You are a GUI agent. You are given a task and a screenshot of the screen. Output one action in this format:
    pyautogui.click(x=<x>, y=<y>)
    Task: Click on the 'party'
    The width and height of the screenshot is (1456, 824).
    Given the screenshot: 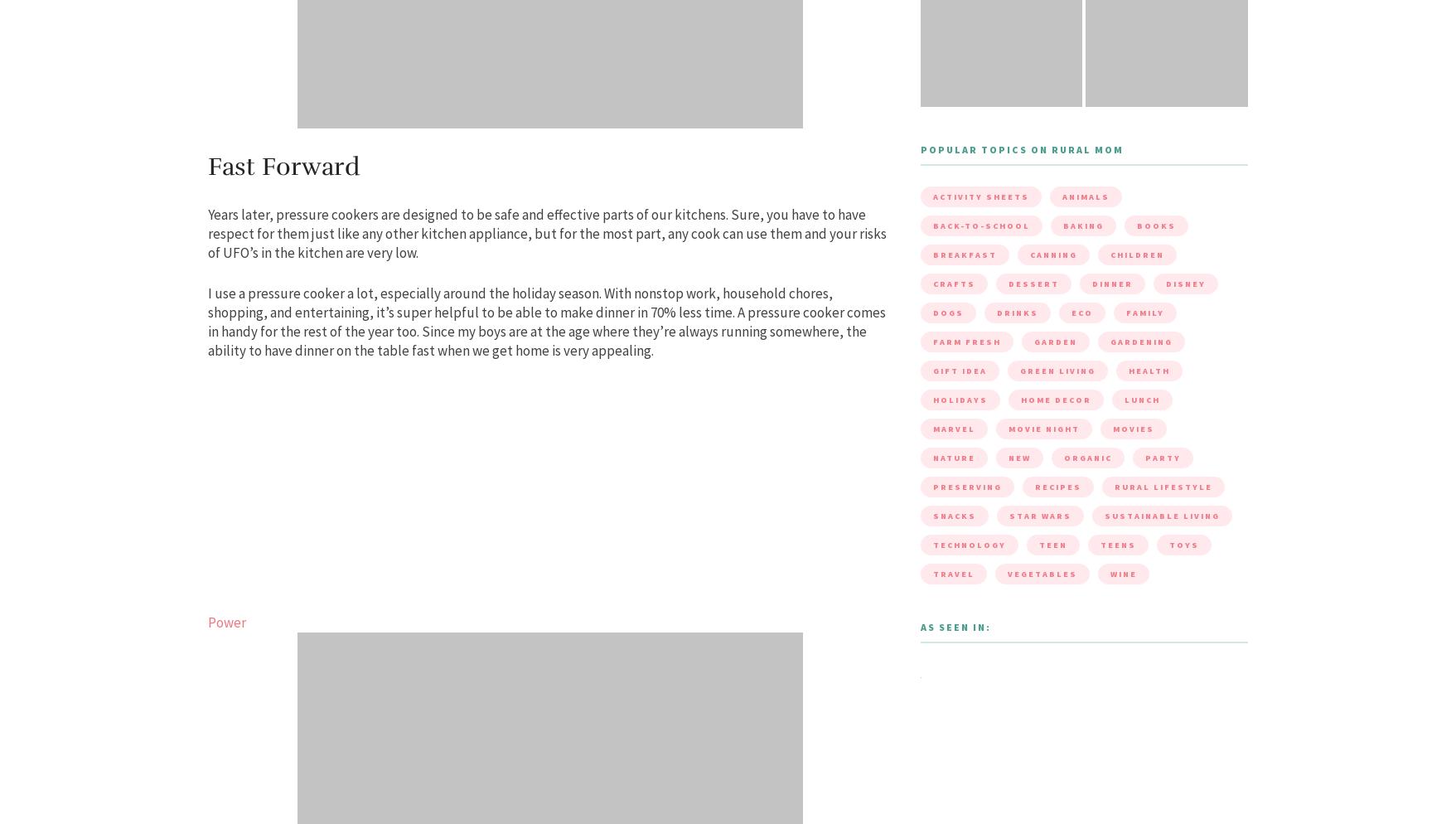 What is the action you would take?
    pyautogui.click(x=1161, y=457)
    